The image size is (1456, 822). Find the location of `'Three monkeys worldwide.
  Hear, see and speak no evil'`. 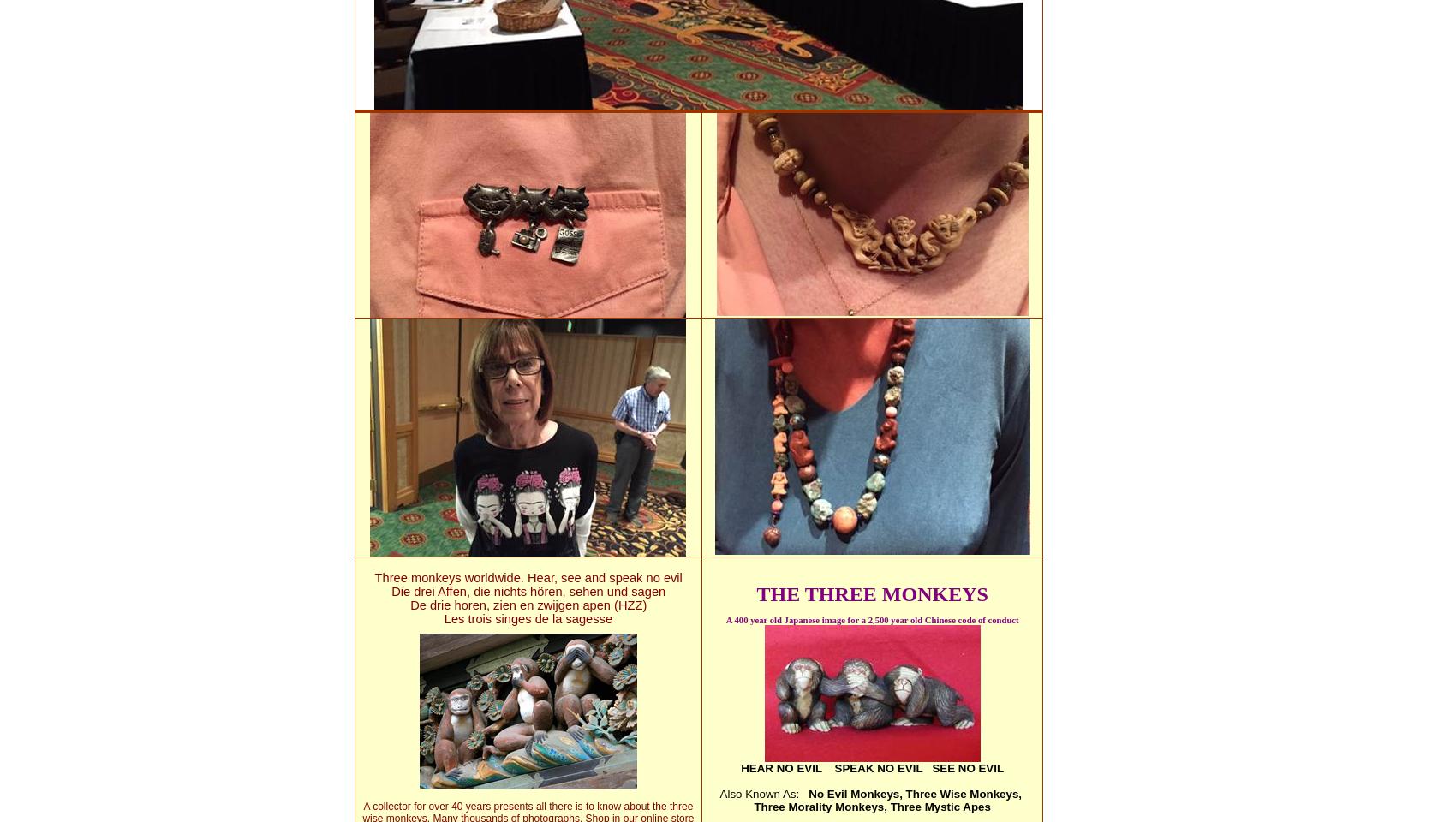

'Three monkeys worldwide.
  Hear, see and speak no evil' is located at coordinates (527, 577).